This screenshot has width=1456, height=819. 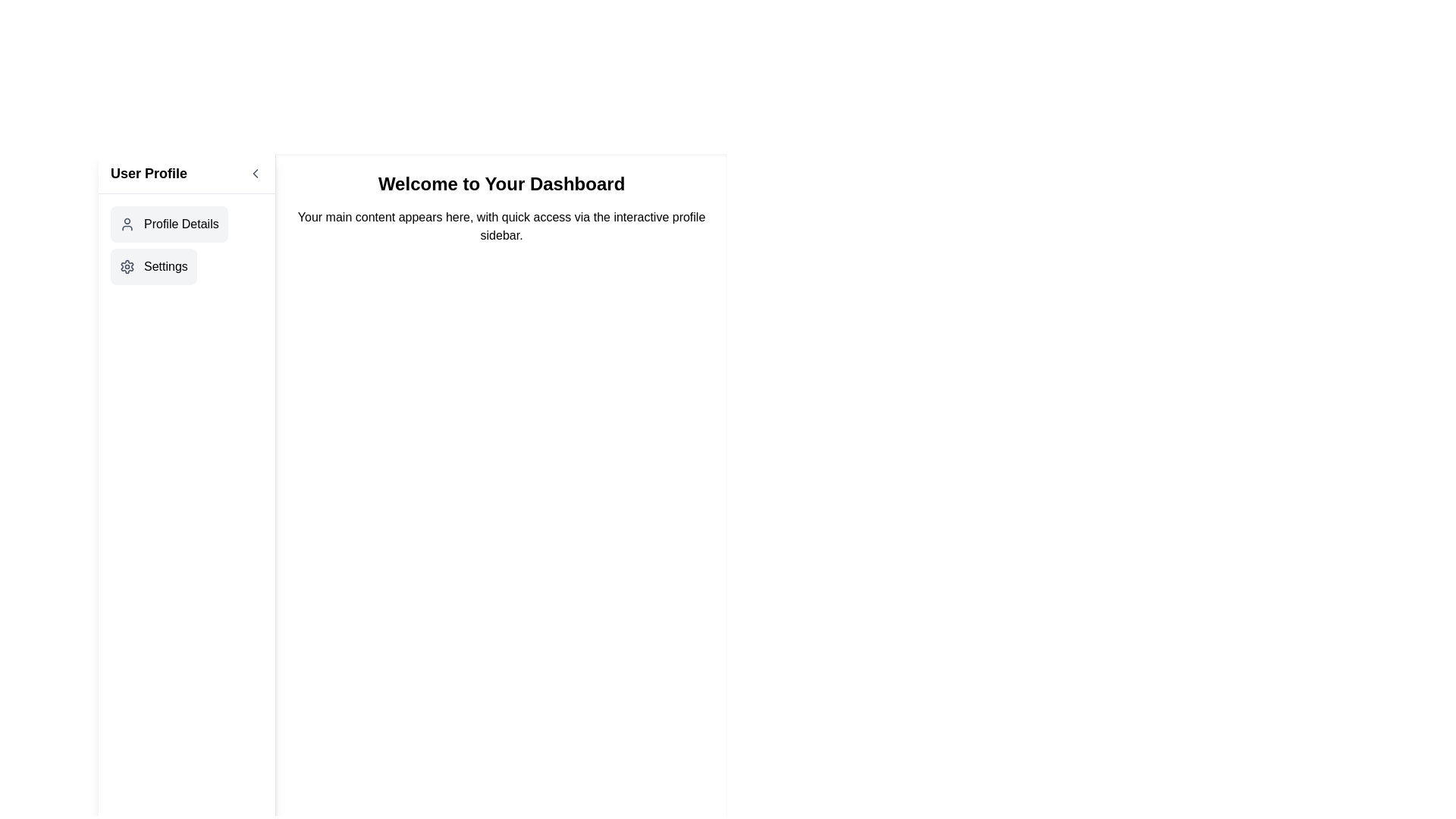 I want to click on the 'Profile Details' label located on the left sidebar beneath the 'User Profile' heading, so click(x=181, y=224).